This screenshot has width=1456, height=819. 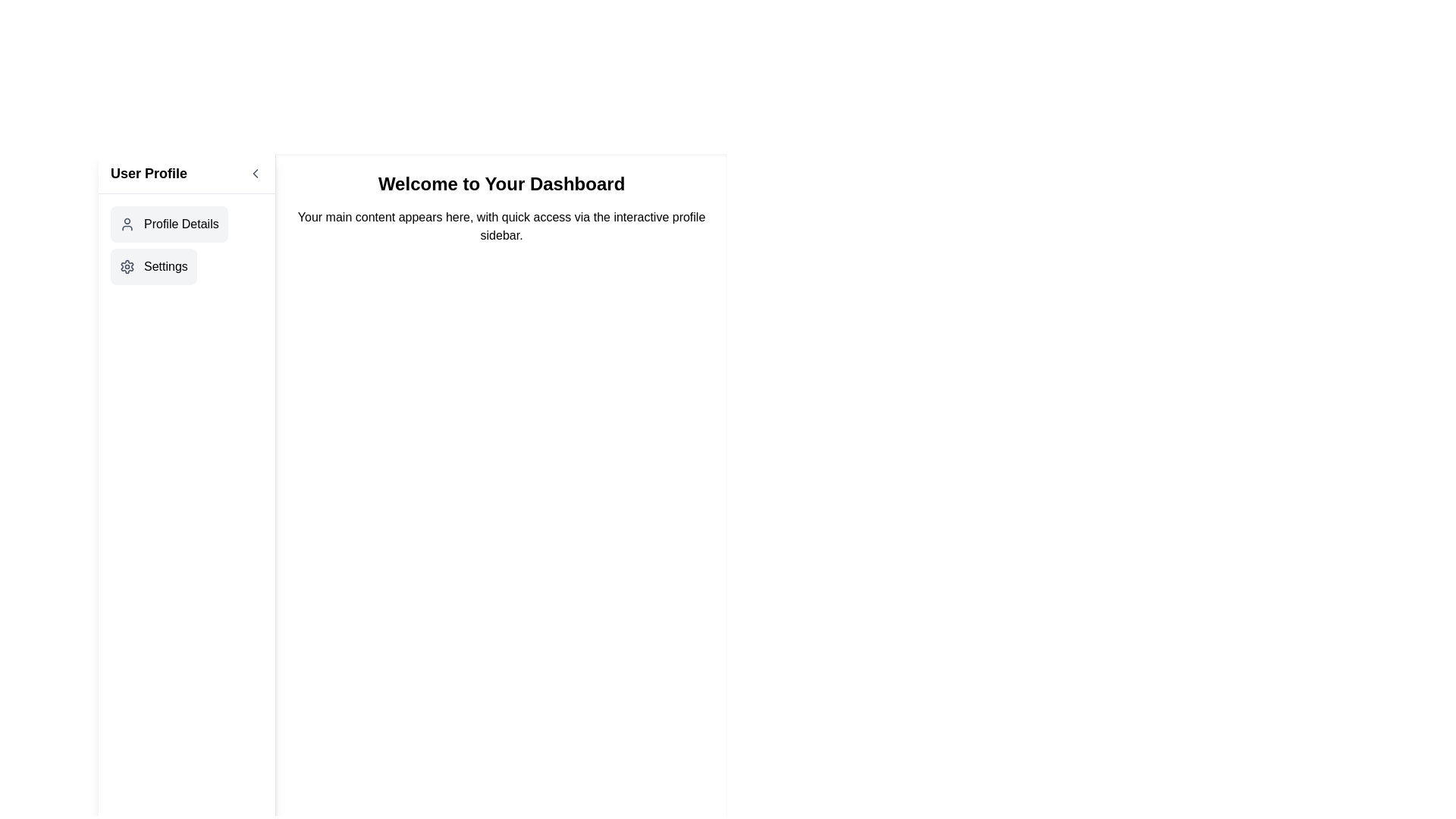 I want to click on the 'Profile Details' label located on the left sidebar beneath the 'User Profile' heading, so click(x=181, y=224).